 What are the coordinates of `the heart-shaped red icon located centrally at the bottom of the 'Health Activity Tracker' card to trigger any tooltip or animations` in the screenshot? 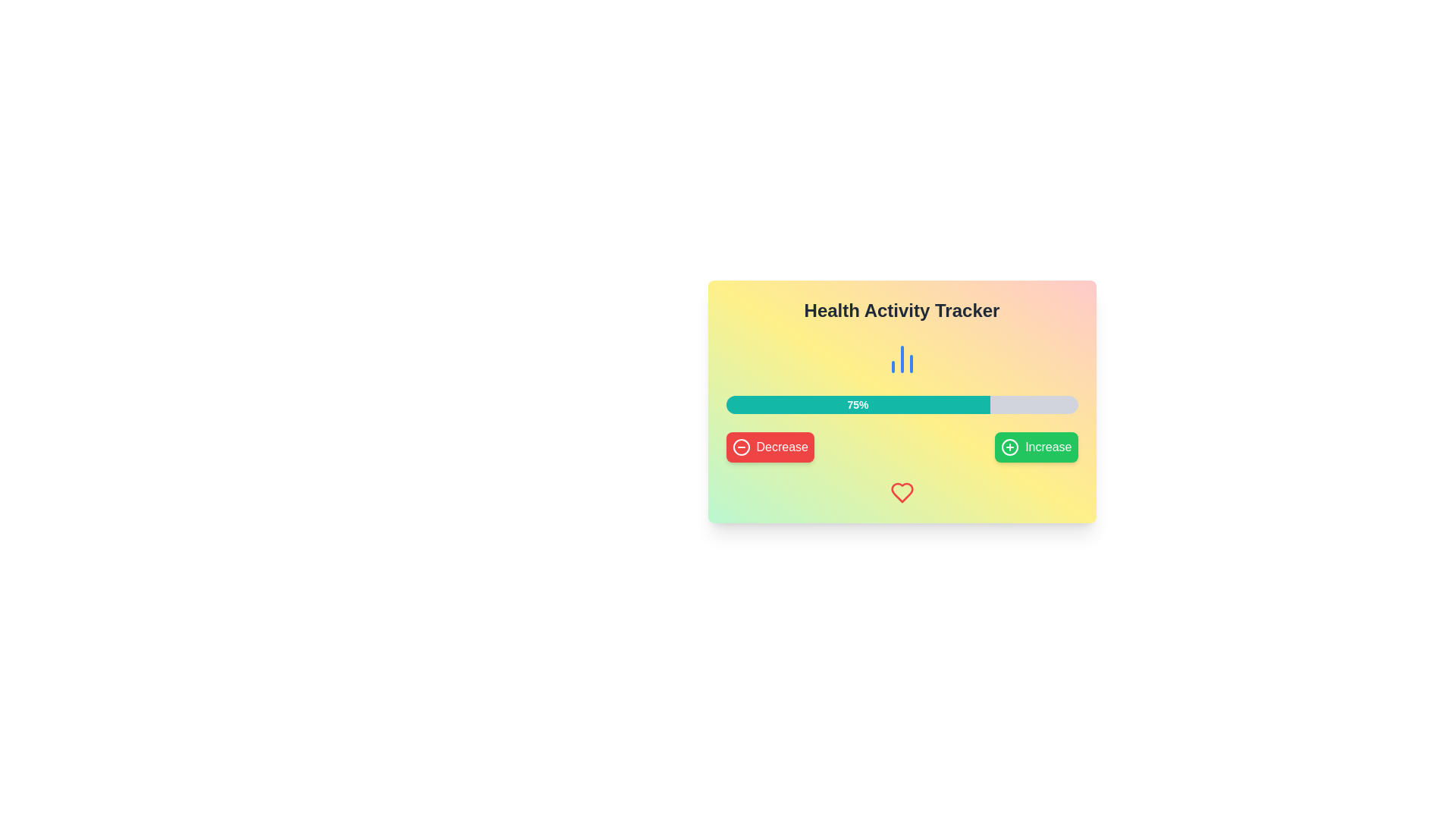 It's located at (902, 493).